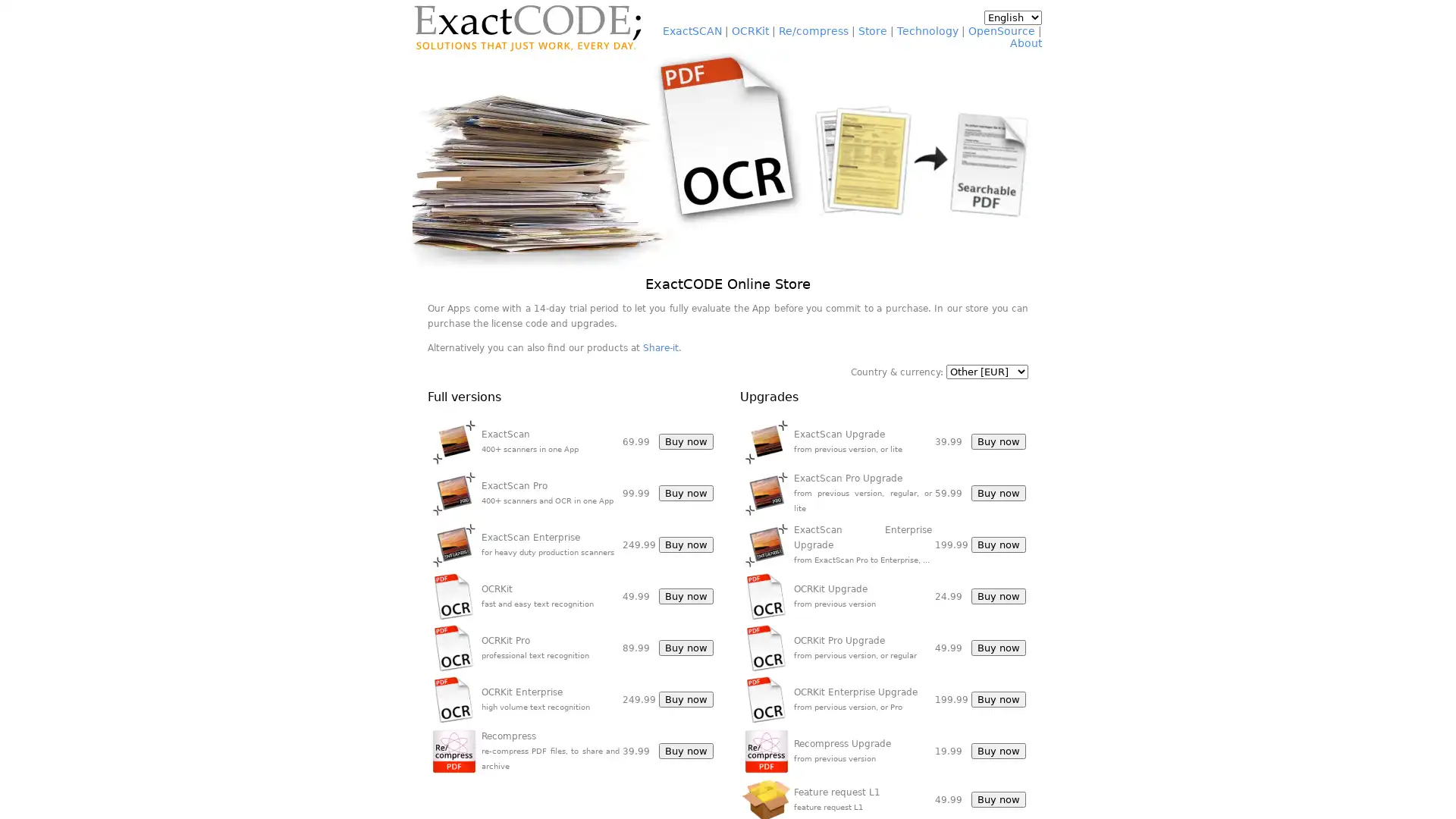  I want to click on Buy now, so click(997, 648).